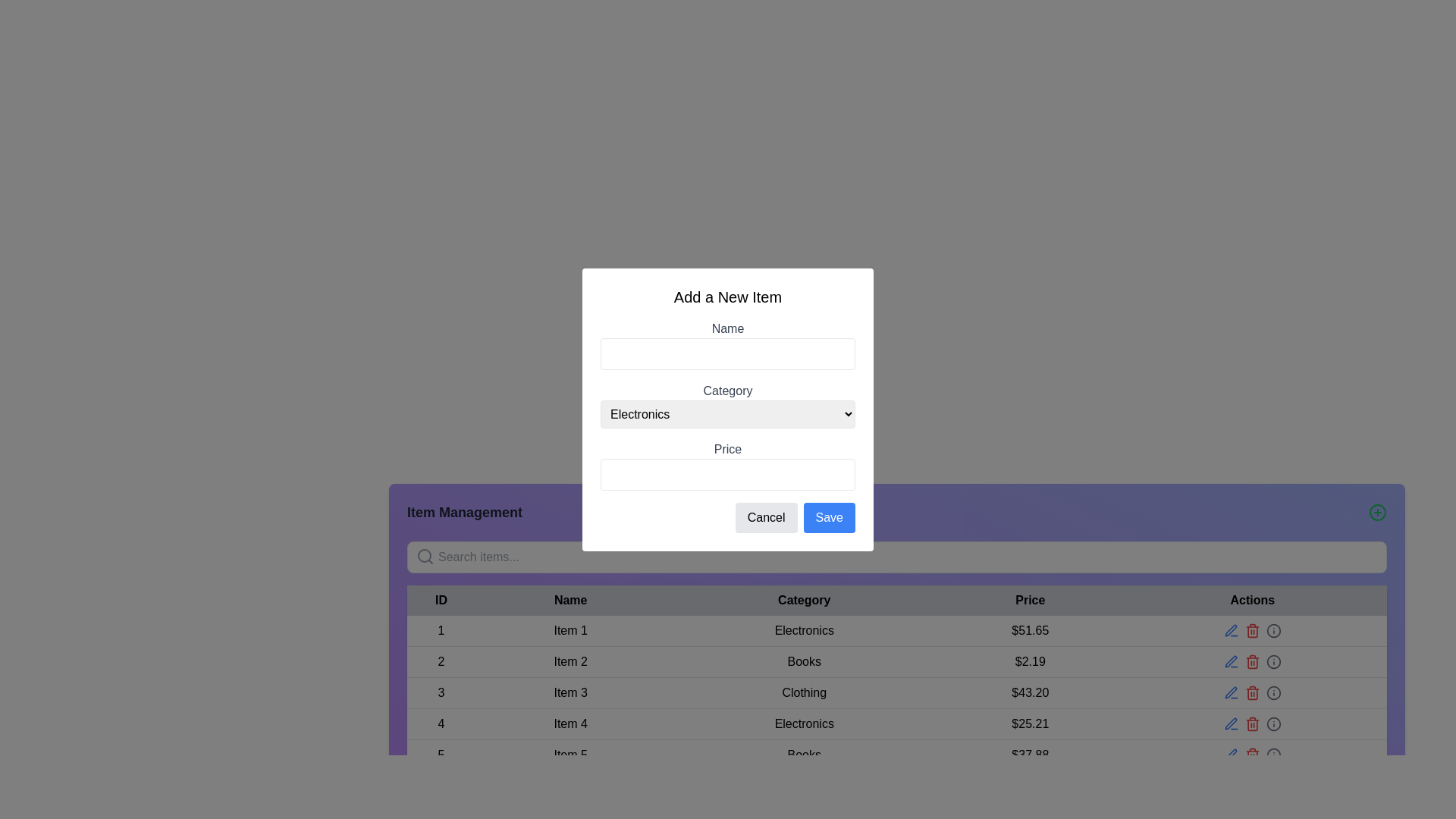 Image resolution: width=1456 pixels, height=819 pixels. I want to click on the trash bin icon located, so click(1252, 756).